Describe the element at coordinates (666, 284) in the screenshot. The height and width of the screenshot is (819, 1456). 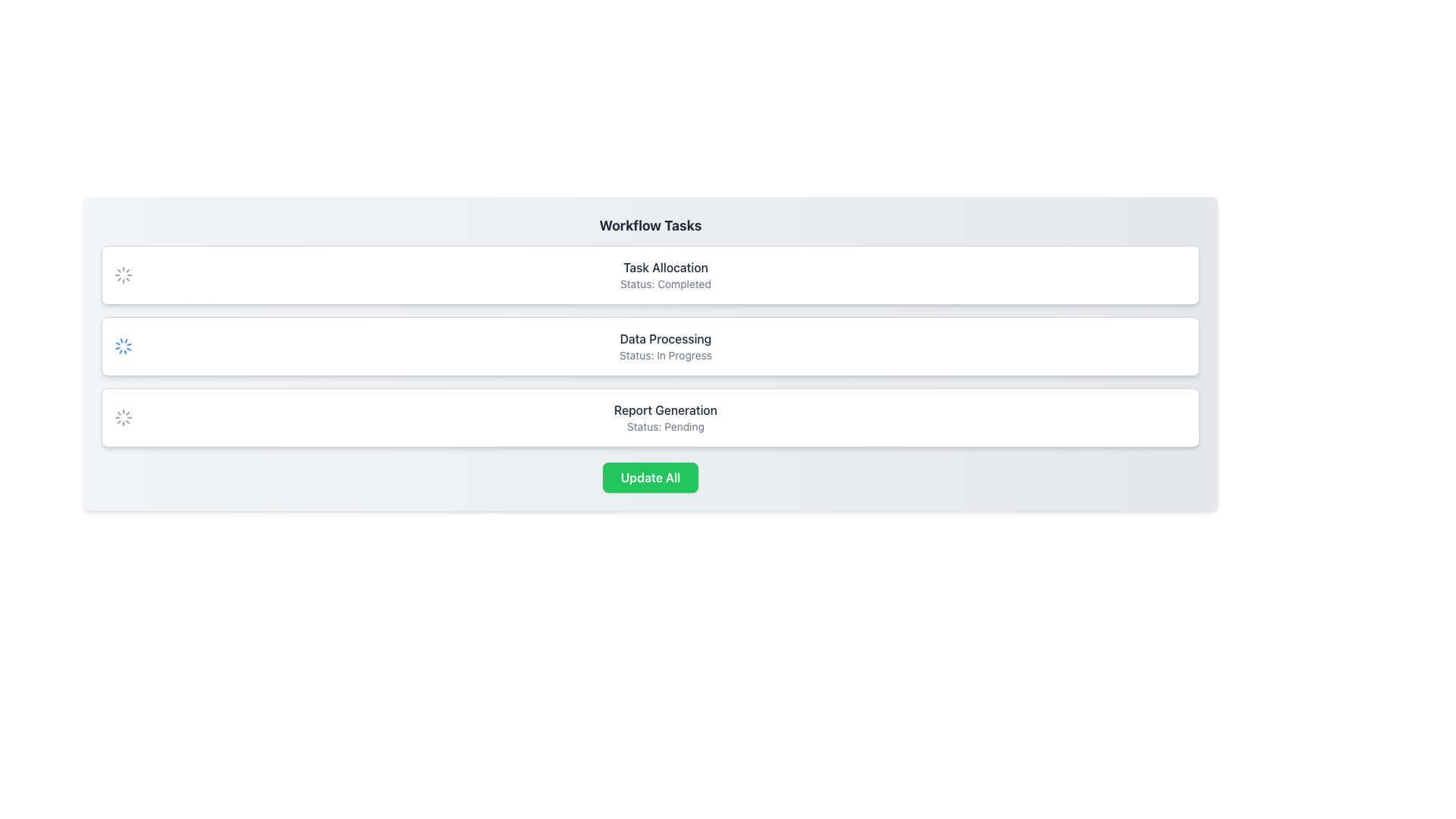
I see `text content of the status indicator located within the first task card under the 'Workflow Tasks' section, directly below the 'Task Allocation' text` at that location.